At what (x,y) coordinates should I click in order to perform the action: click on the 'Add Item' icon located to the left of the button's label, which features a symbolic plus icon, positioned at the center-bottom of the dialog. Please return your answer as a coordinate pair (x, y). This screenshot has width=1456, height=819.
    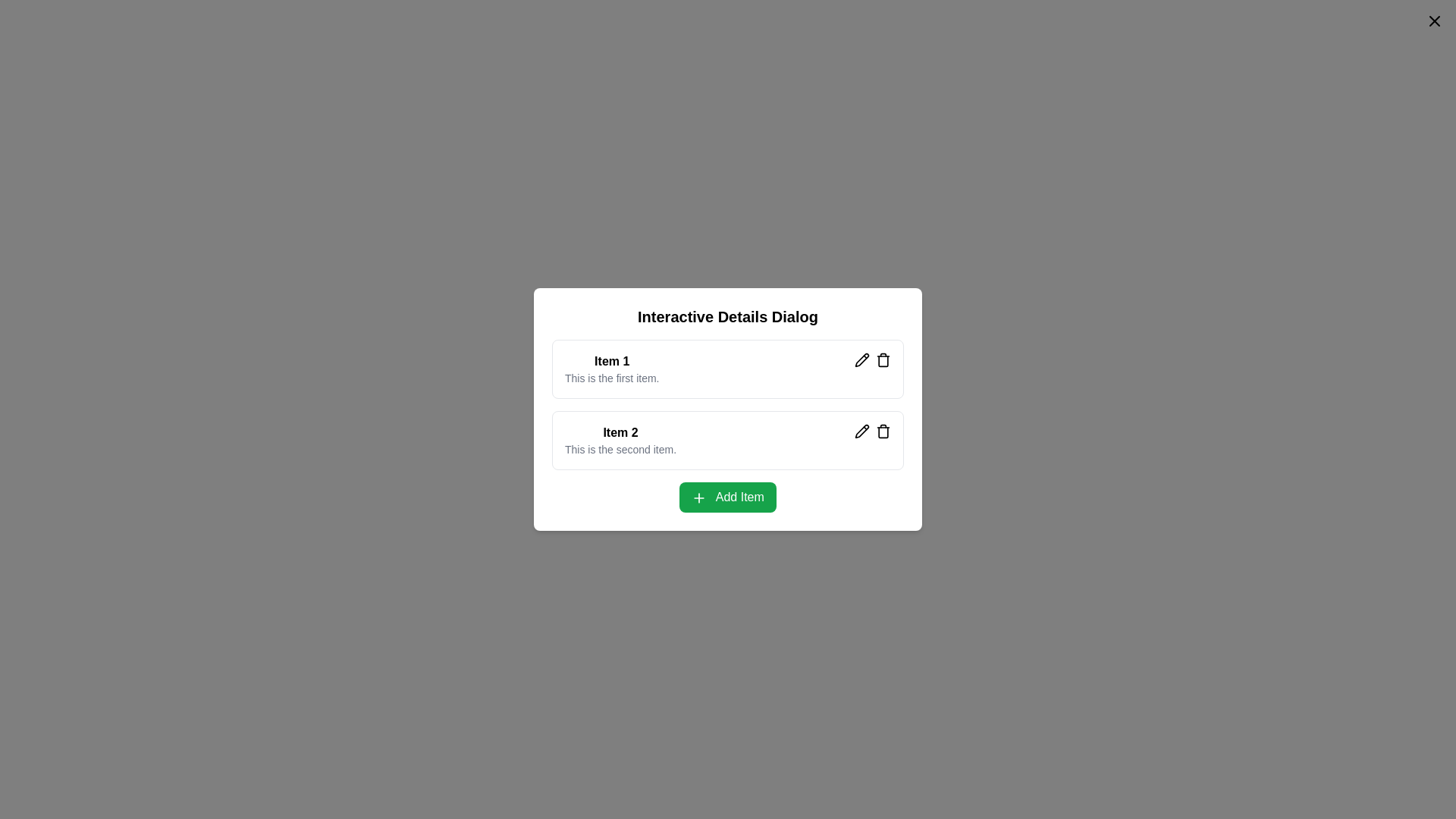
    Looking at the image, I should click on (698, 497).